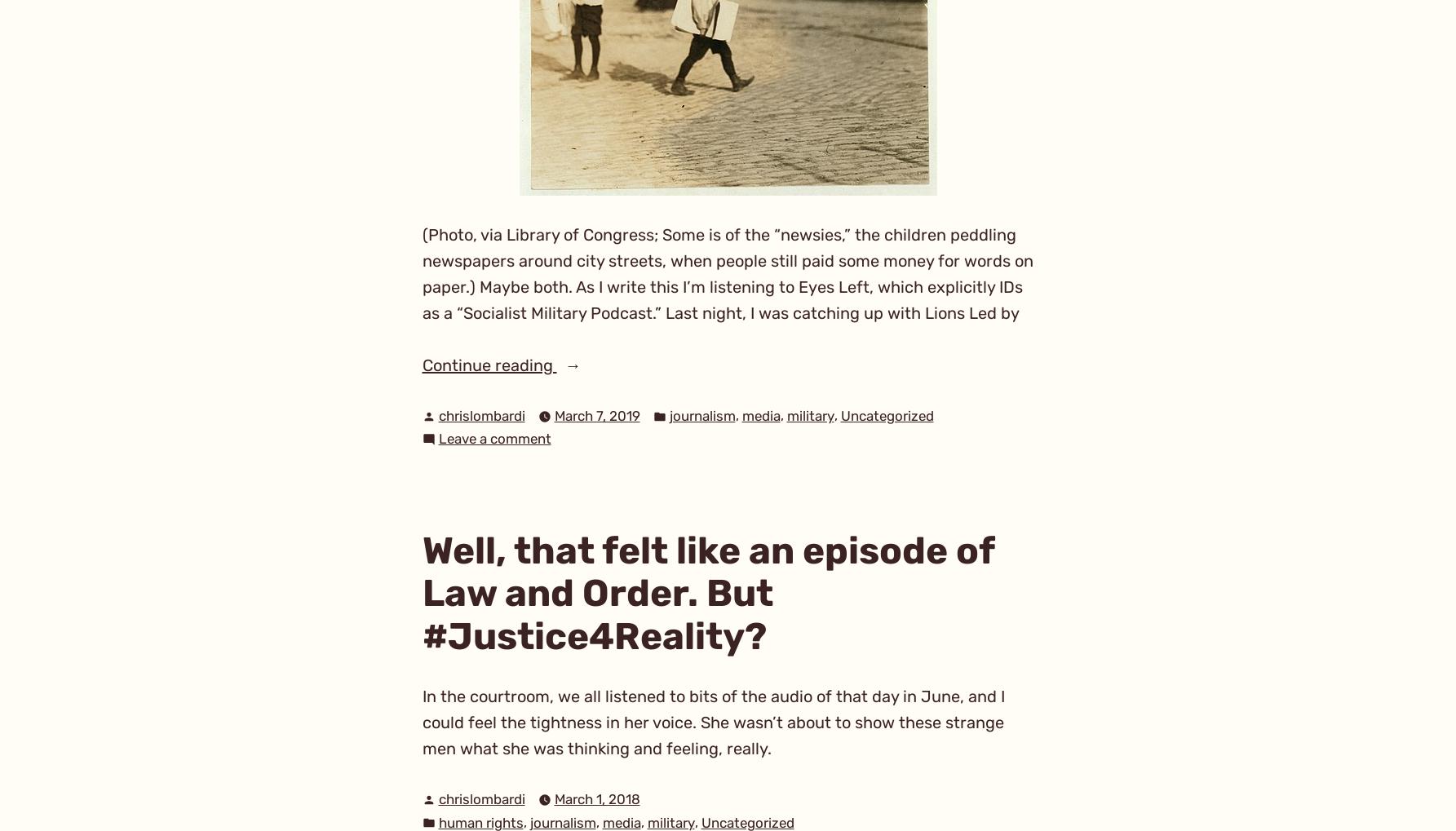 This screenshot has height=831, width=1456. What do you see at coordinates (712, 723) in the screenshot?
I see `'In the courtroom, we all listened to bits of the audio of that day in June, and I could feel the tightness in her voice. She wasn’t about to show these strange men what she was thinking and feeling, really.'` at bounding box center [712, 723].